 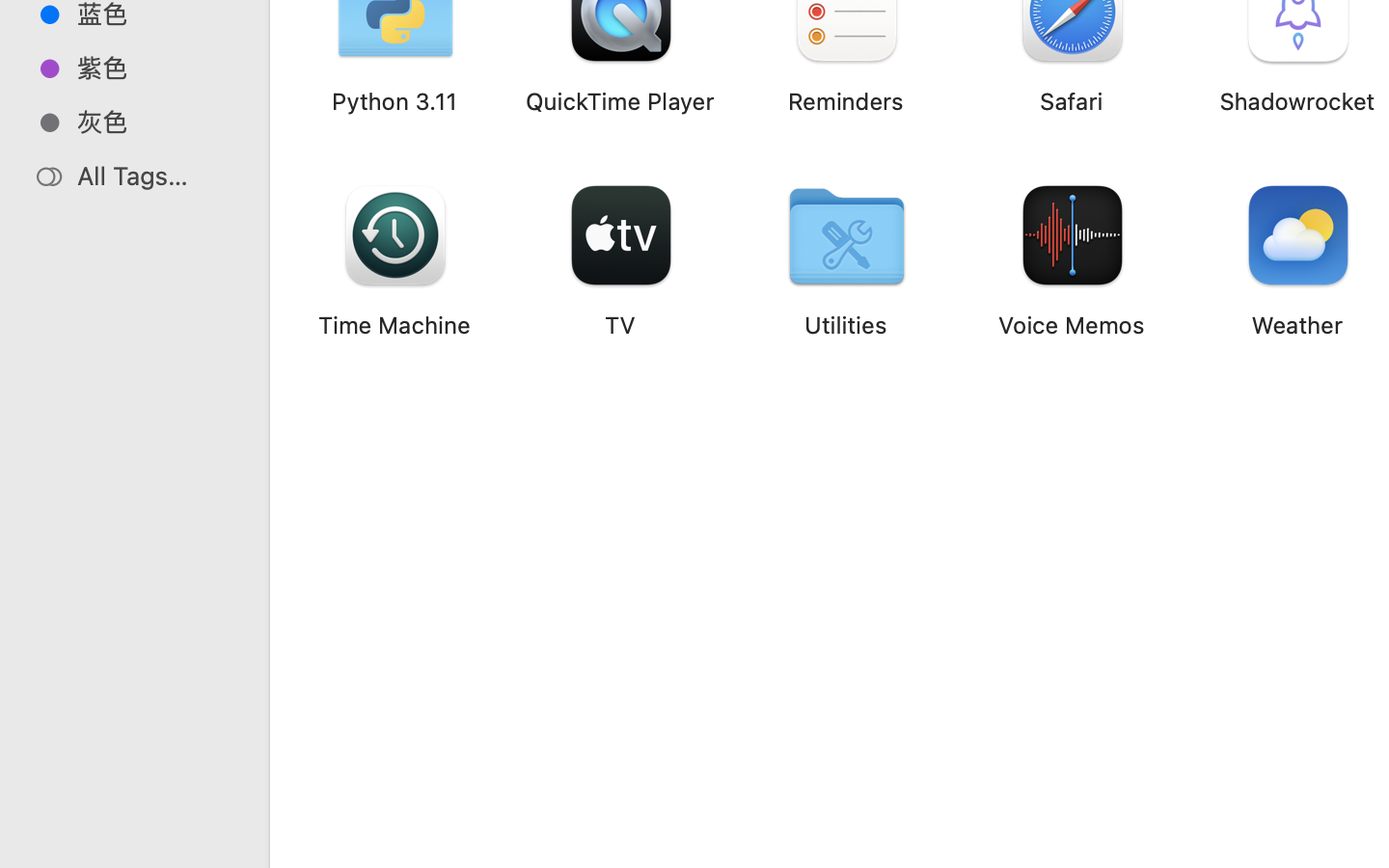 I want to click on 'All Tags…', so click(x=153, y=175).